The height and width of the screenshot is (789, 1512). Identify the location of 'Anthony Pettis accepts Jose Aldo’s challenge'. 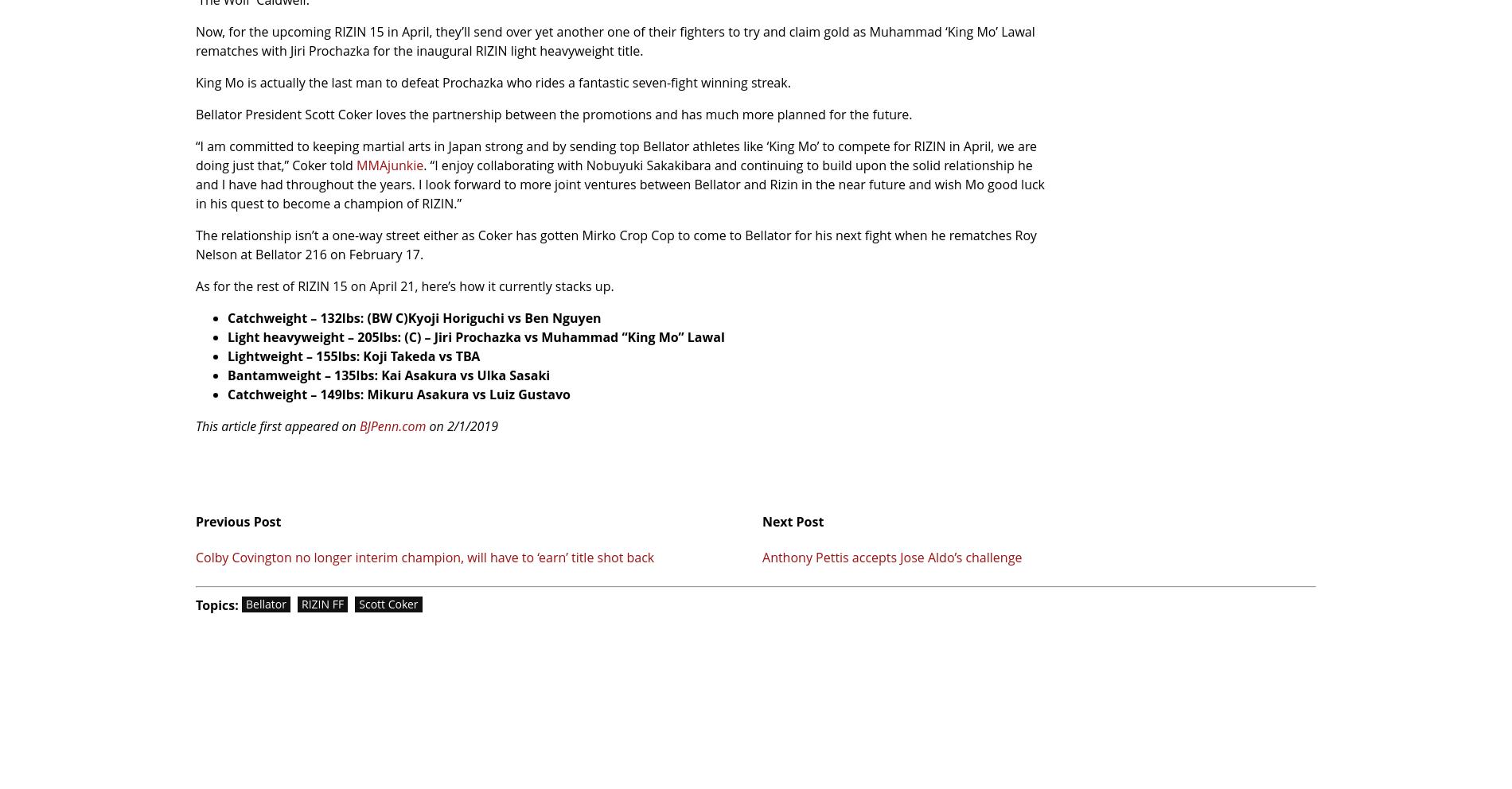
(892, 557).